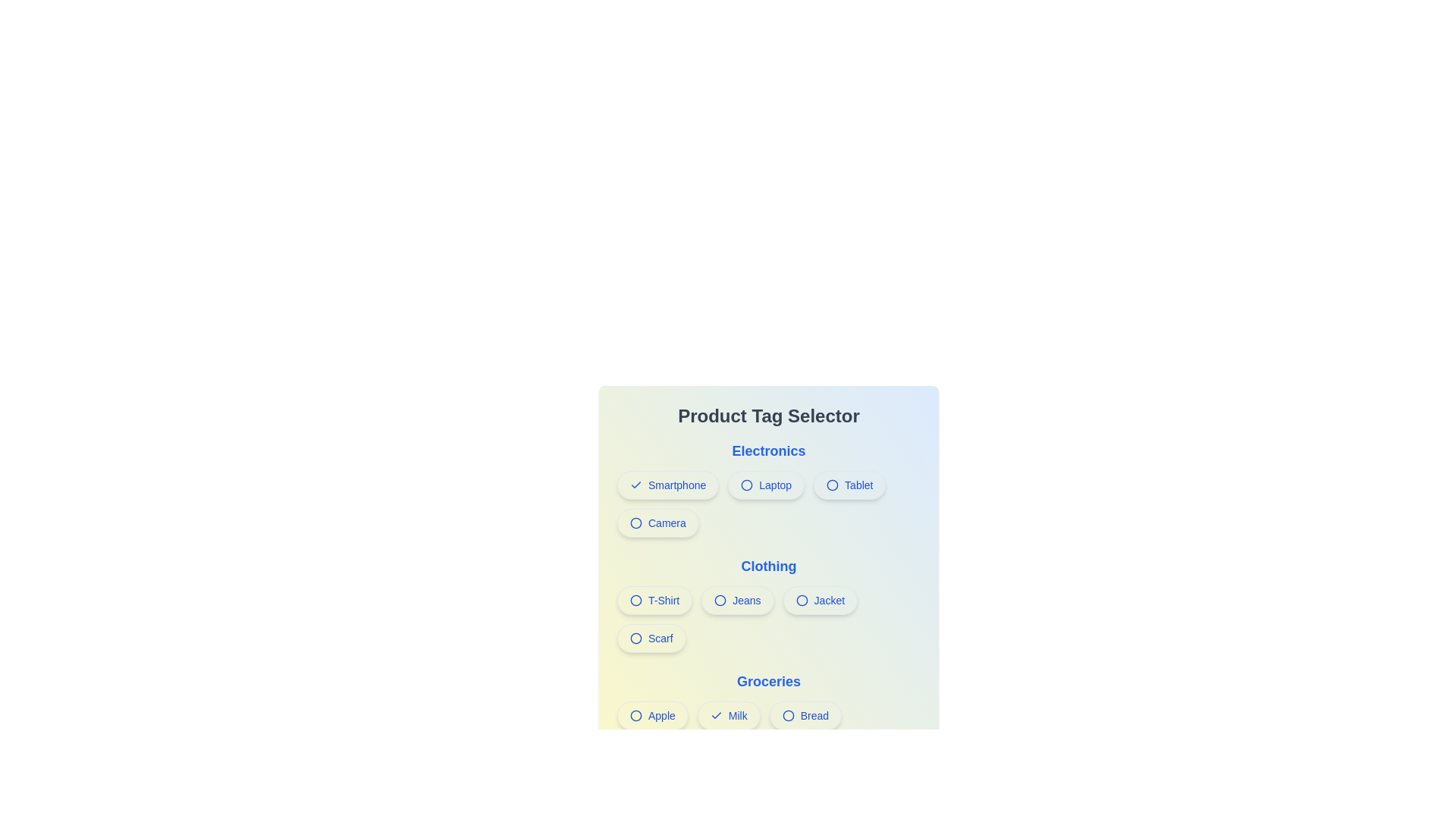  I want to click on the 'Smartphone' category button in the 'Electronics' section, so click(667, 485).